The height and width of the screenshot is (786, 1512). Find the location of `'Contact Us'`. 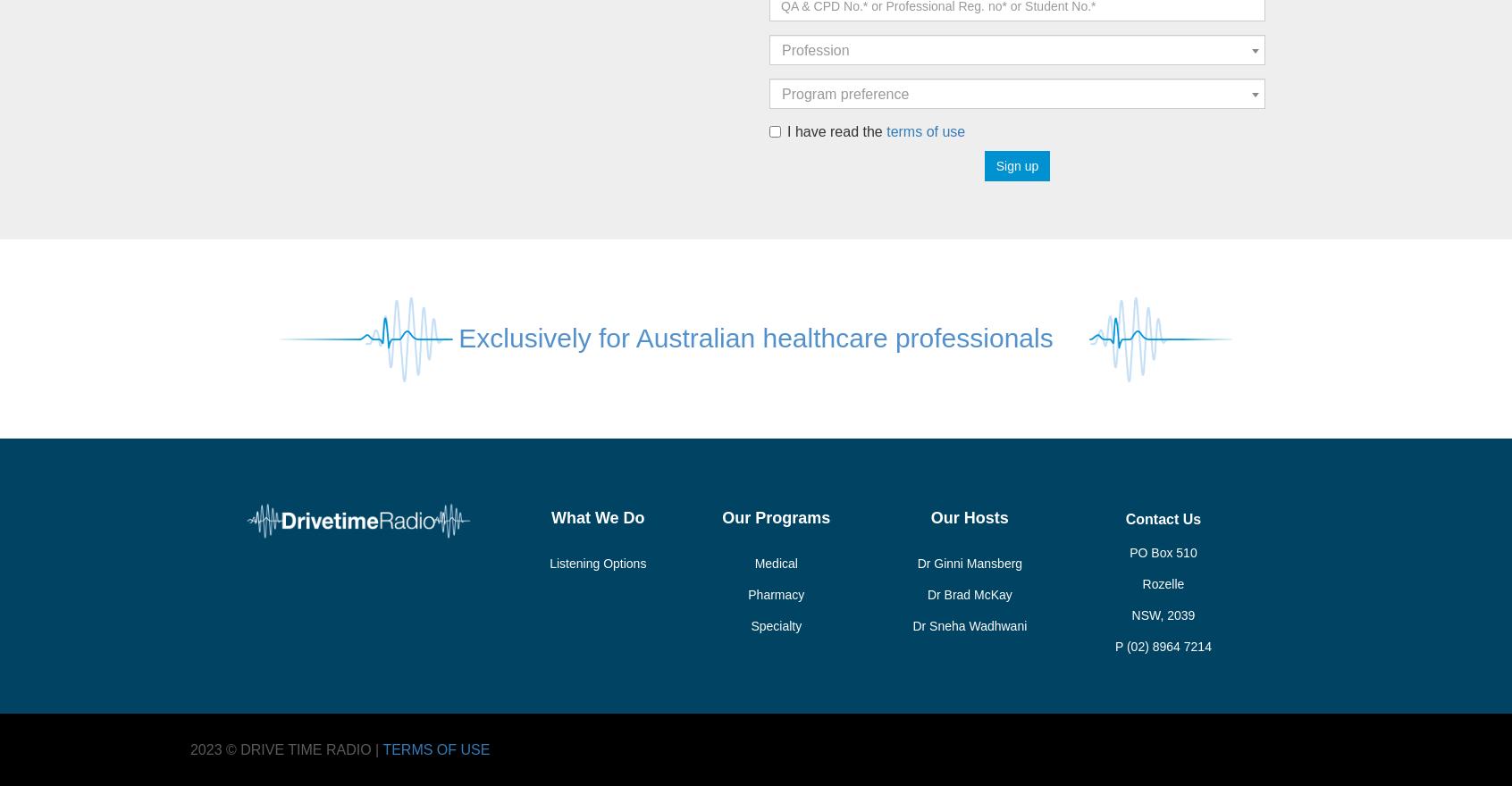

'Contact Us' is located at coordinates (1162, 519).